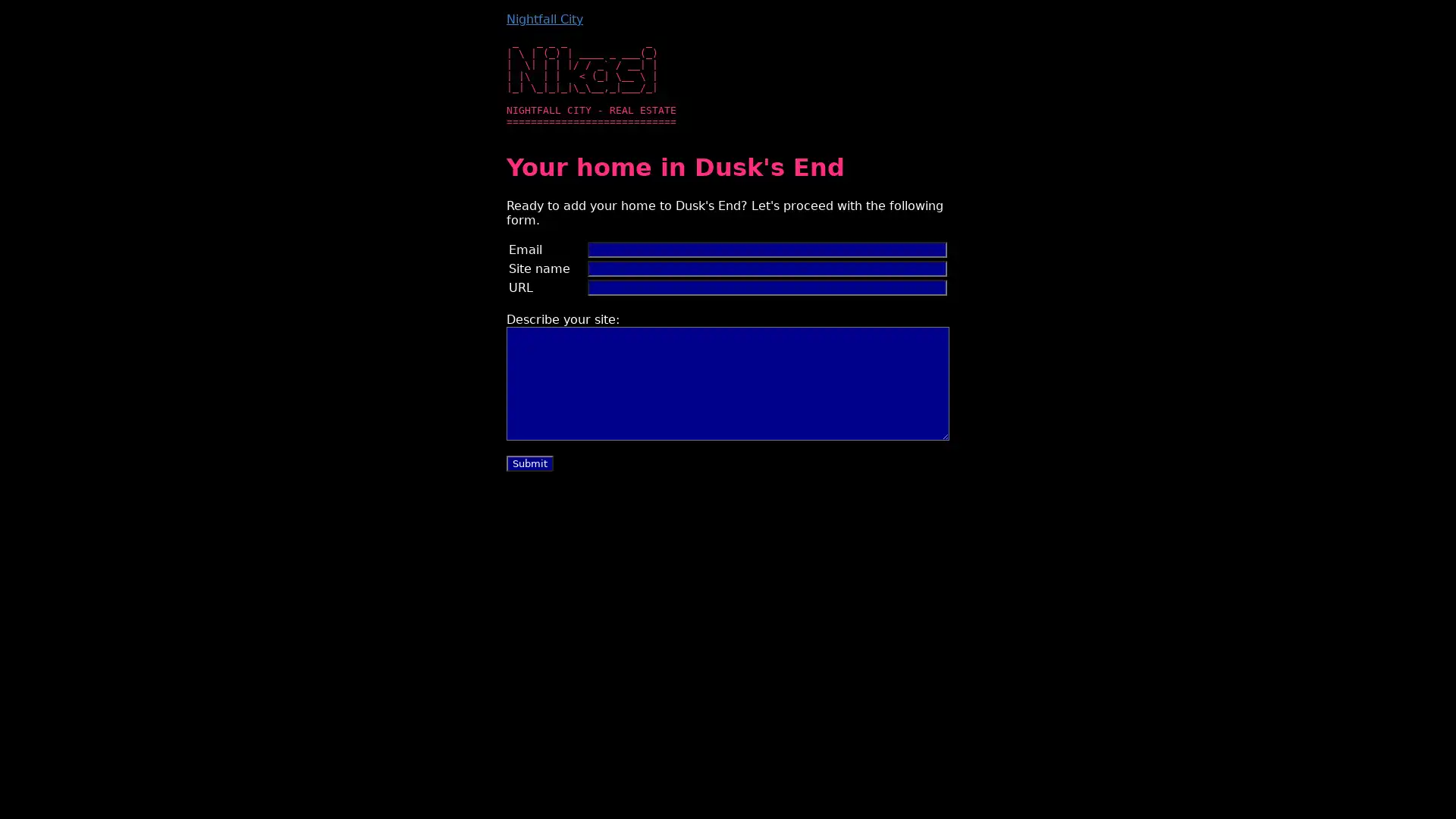  I want to click on Submit, so click(530, 462).